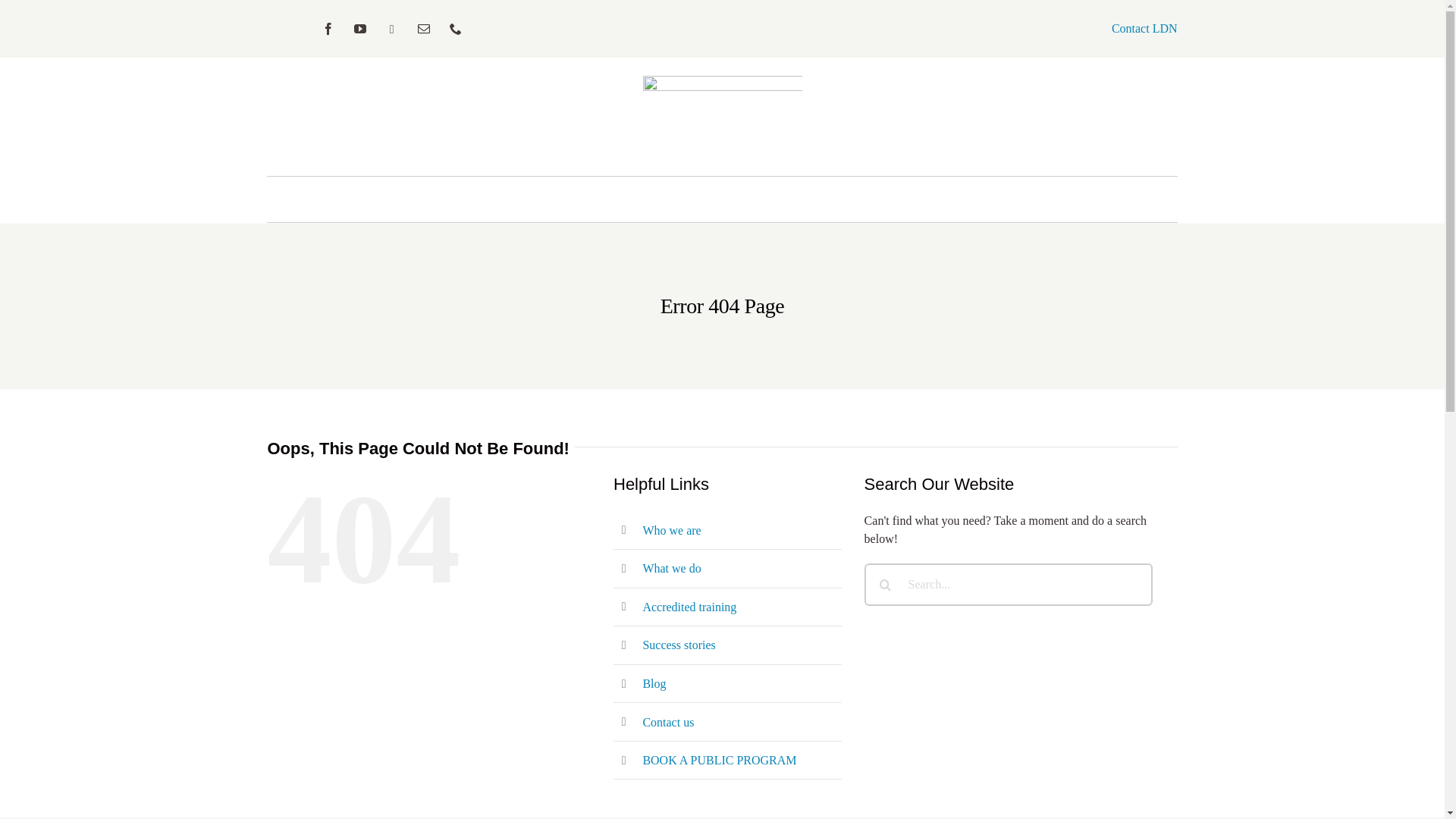  I want to click on 'Contact us', so click(667, 721).